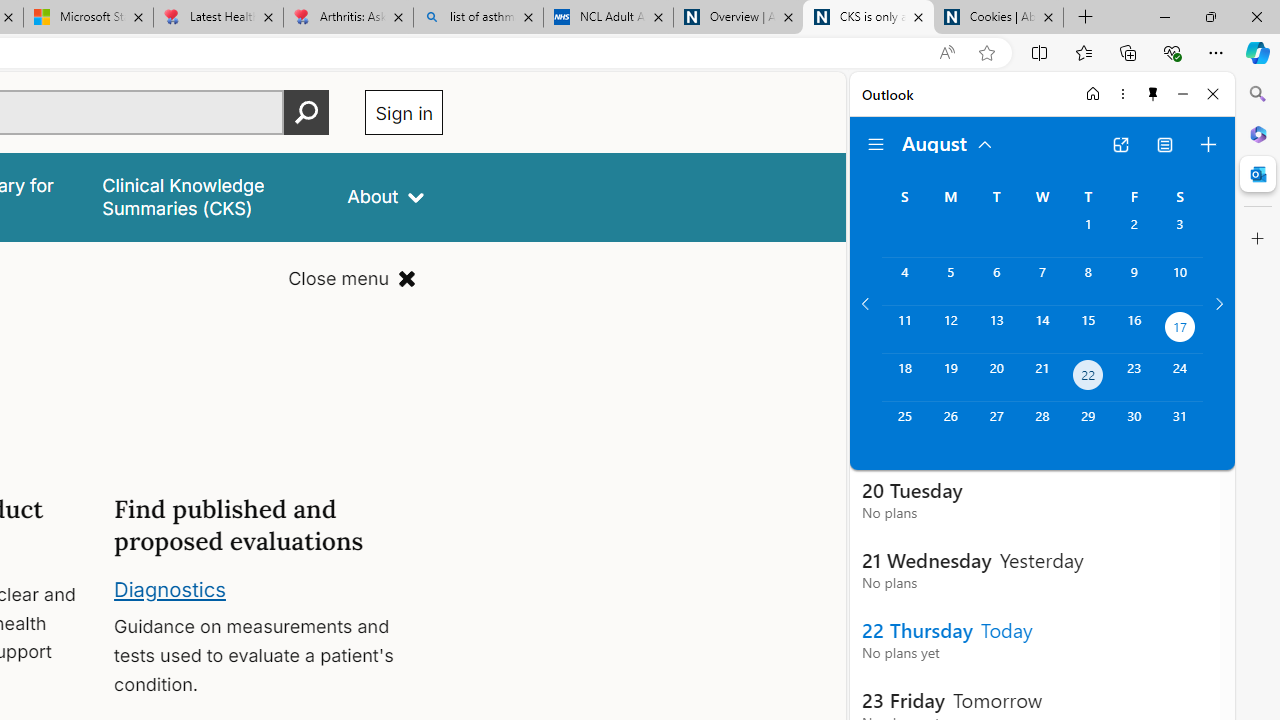 Image resolution: width=1280 pixels, height=720 pixels. What do you see at coordinates (1134, 281) in the screenshot?
I see `'Friday, August 9, 2024. '` at bounding box center [1134, 281].